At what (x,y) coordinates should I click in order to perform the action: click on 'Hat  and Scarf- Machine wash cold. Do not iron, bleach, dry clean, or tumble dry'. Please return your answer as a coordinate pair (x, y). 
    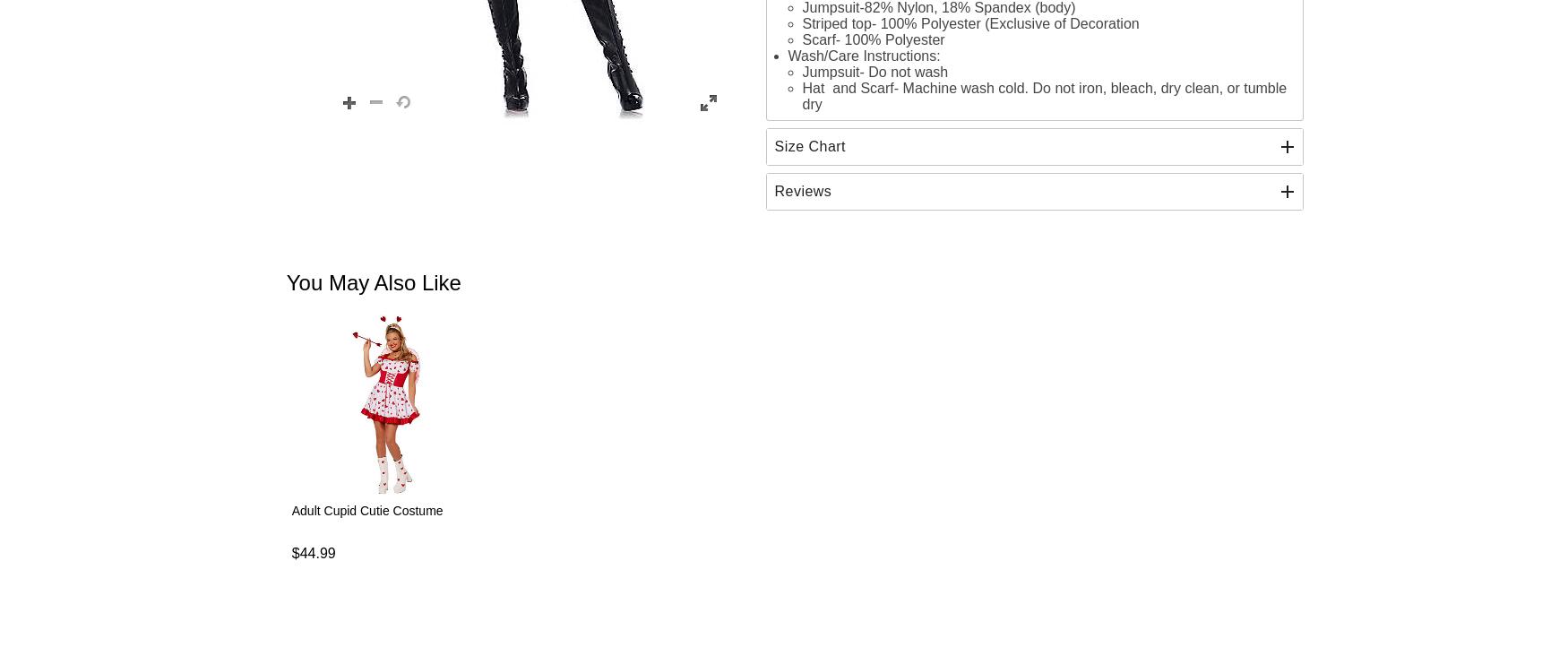
    Looking at the image, I should click on (1043, 94).